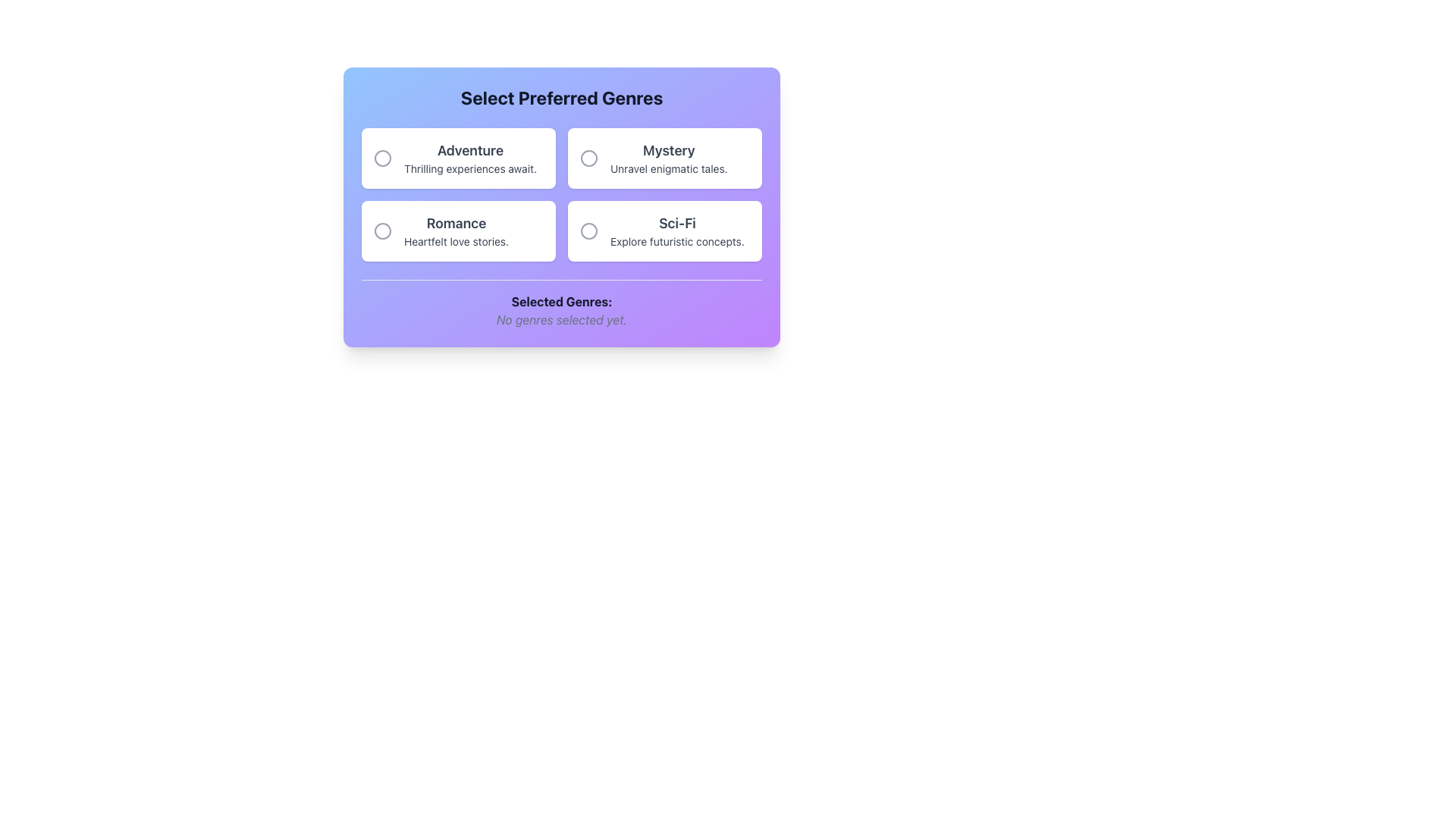 The width and height of the screenshot is (1456, 819). I want to click on the radio button of the 'Mystery' option card, which is the second item in the grid layout under the section 'Select Preferred Genres', so click(665, 158).